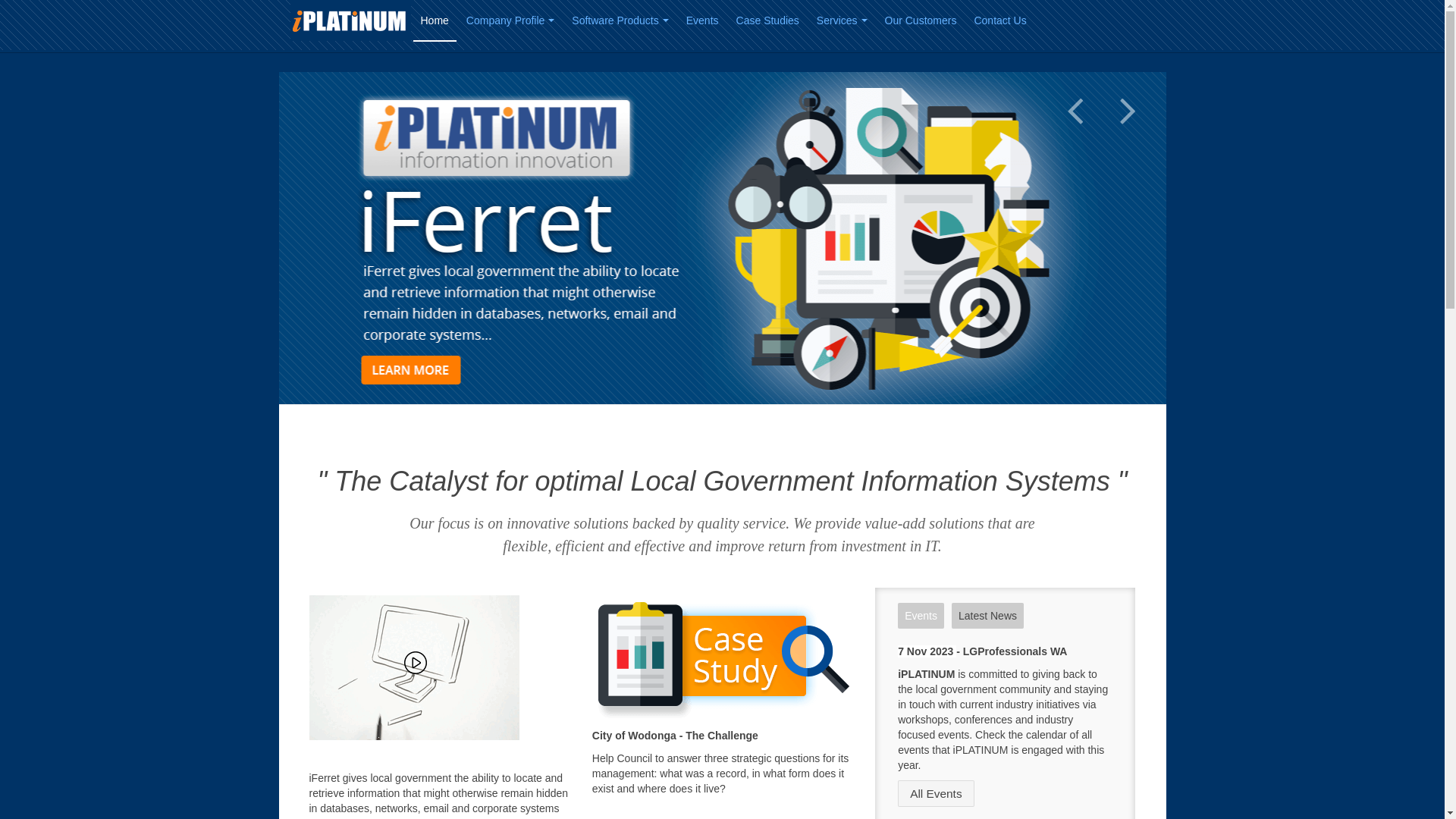 Image resolution: width=1456 pixels, height=819 pixels. I want to click on 'Software Products', so click(563, 20).